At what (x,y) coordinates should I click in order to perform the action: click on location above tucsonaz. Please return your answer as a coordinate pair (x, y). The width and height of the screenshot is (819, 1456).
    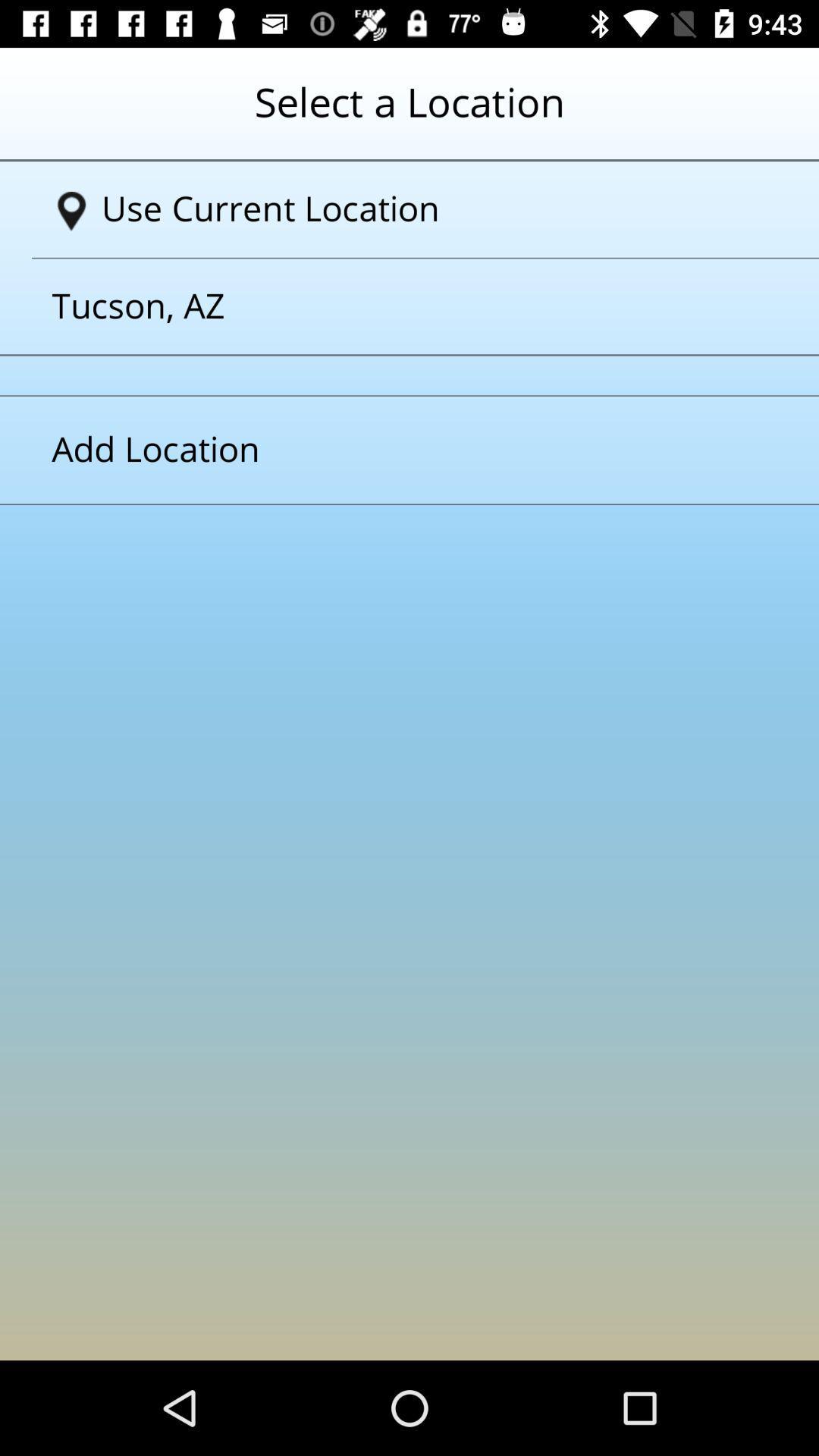
    Looking at the image, I should click on (415, 209).